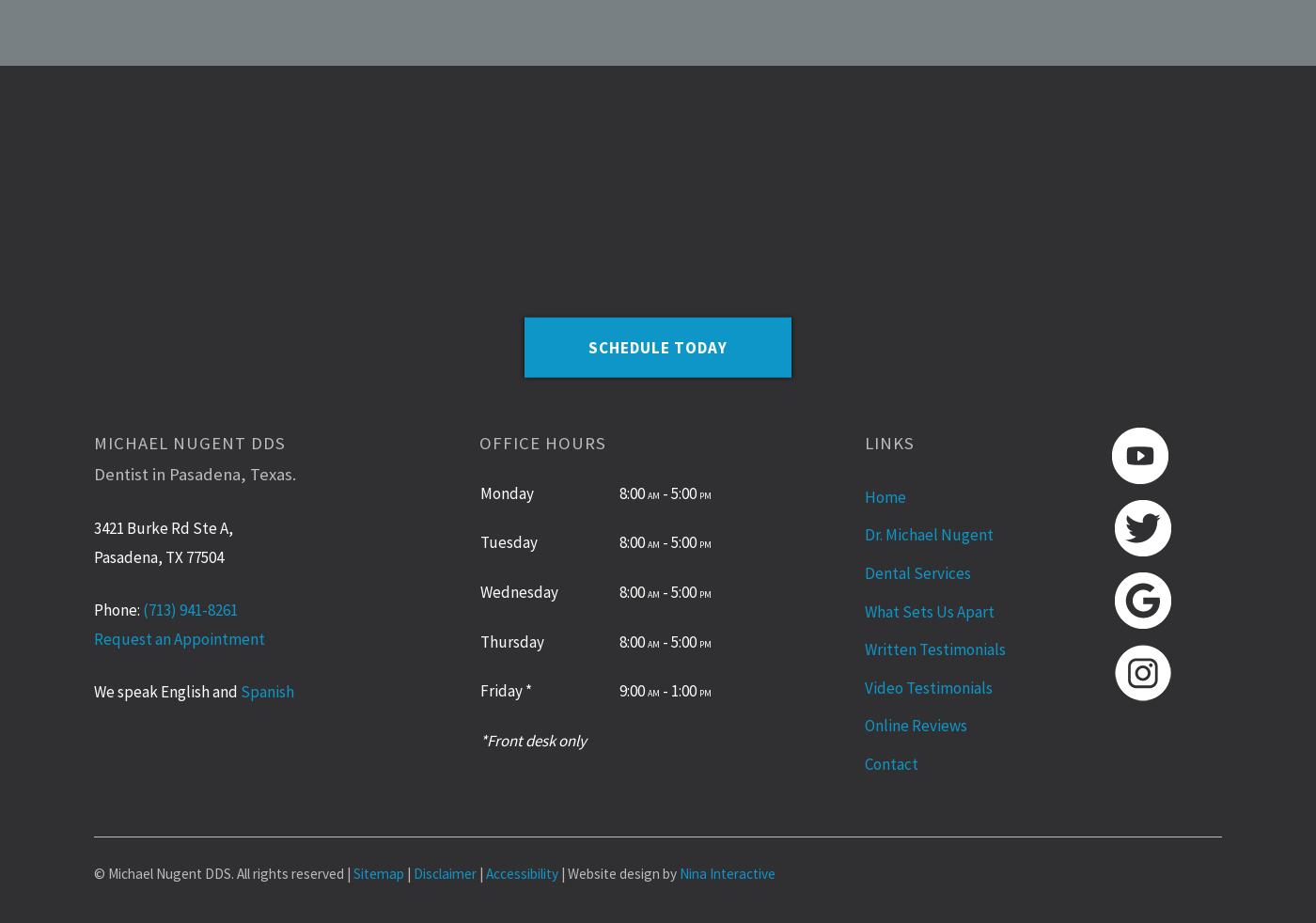  I want to click on 'Disclaimer', so click(445, 873).